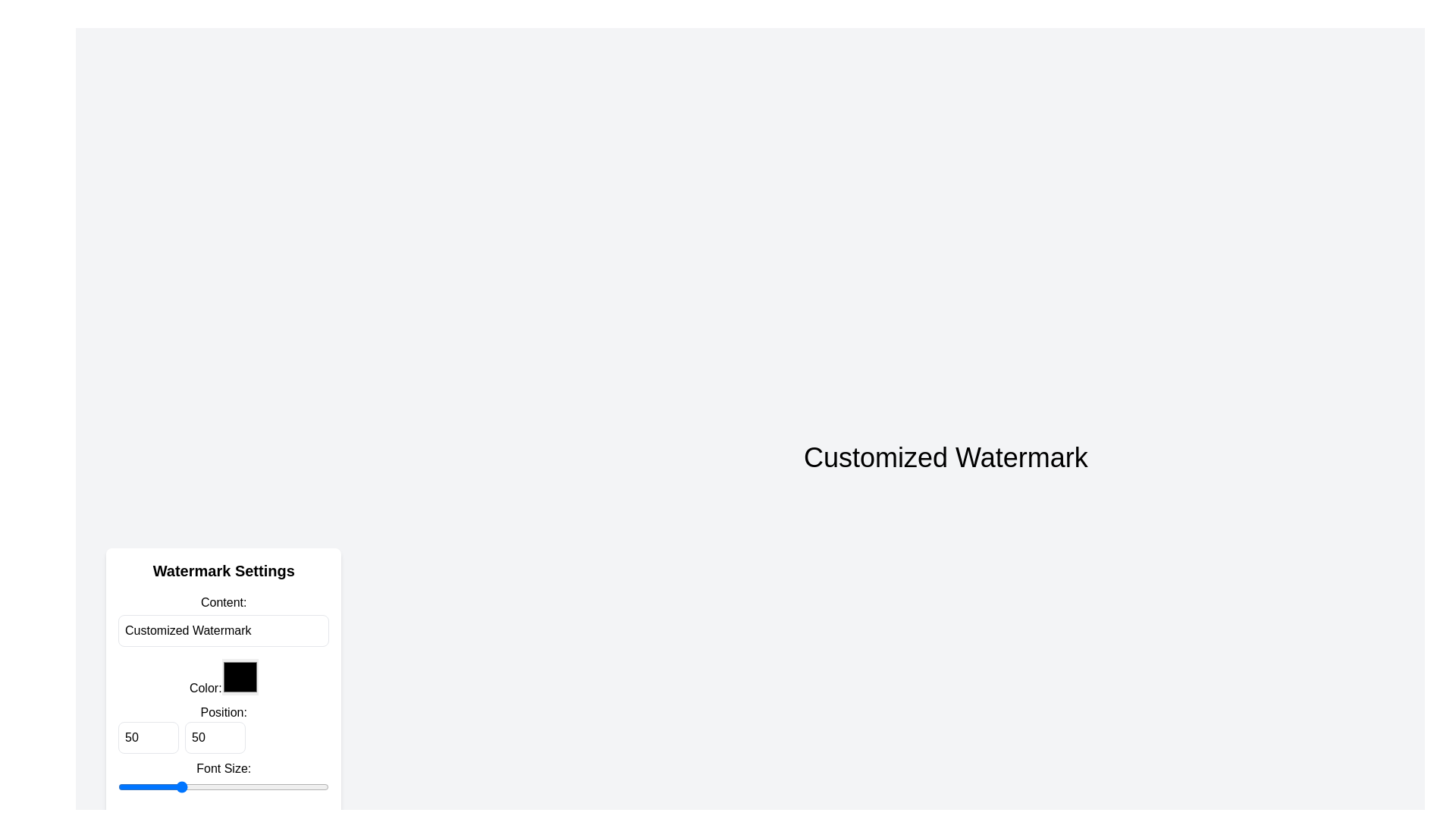 Image resolution: width=1456 pixels, height=819 pixels. Describe the element at coordinates (214, 736) in the screenshot. I see `the second numeric input field` at that location.